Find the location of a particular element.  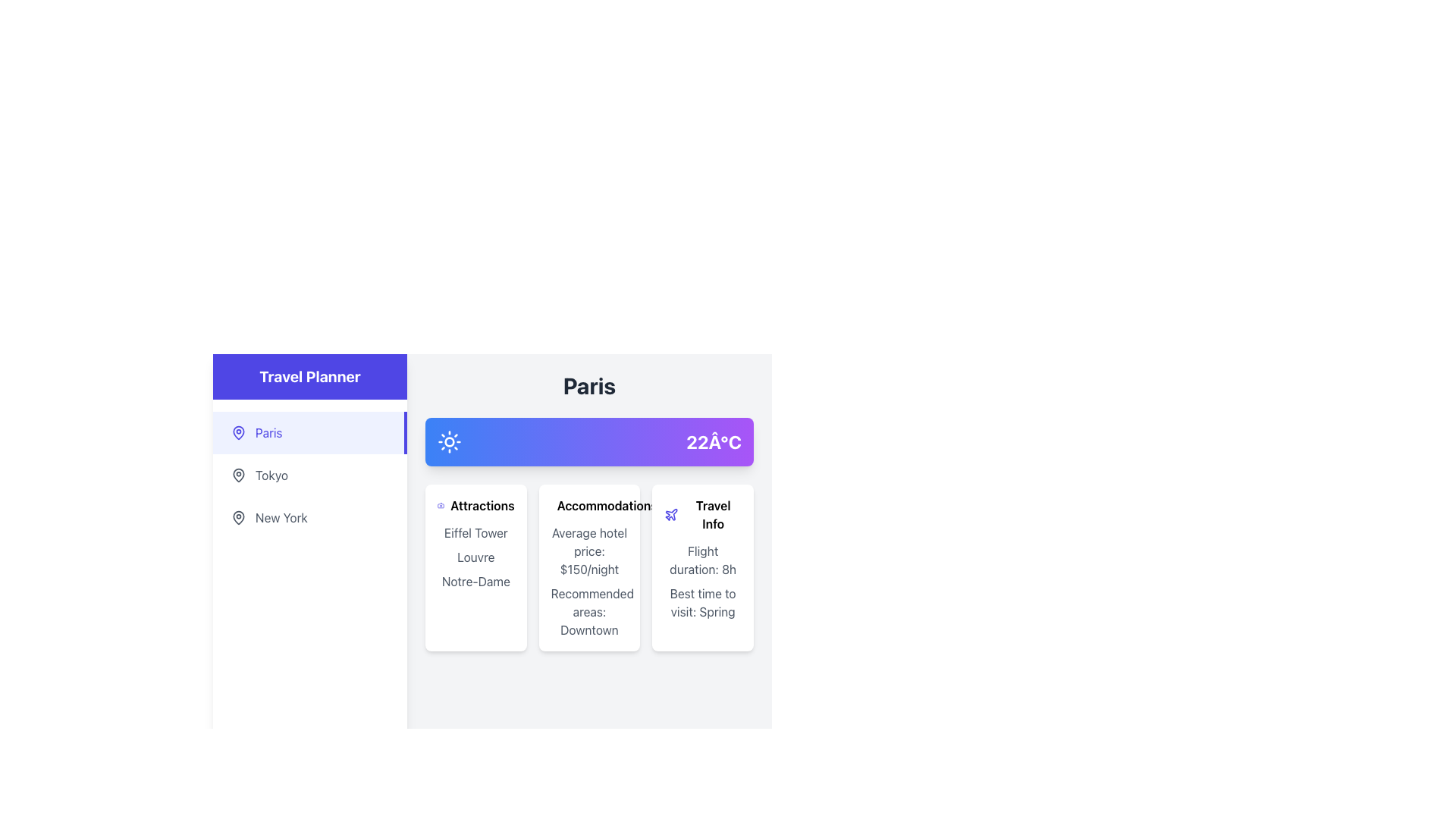

the interactive menu item located between 'Paris' and 'New York' is located at coordinates (309, 475).